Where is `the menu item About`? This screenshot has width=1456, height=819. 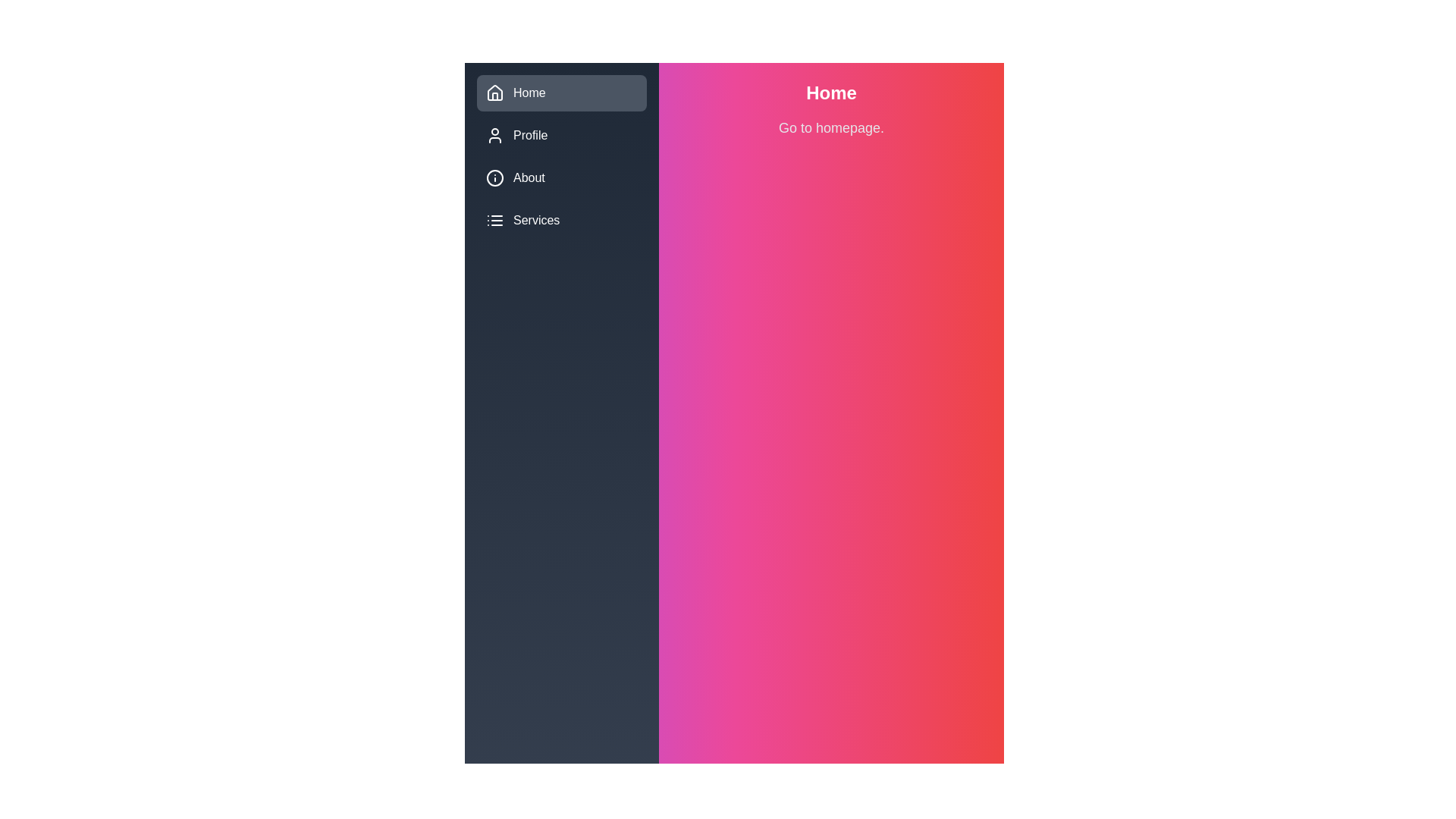 the menu item About is located at coordinates (560, 177).